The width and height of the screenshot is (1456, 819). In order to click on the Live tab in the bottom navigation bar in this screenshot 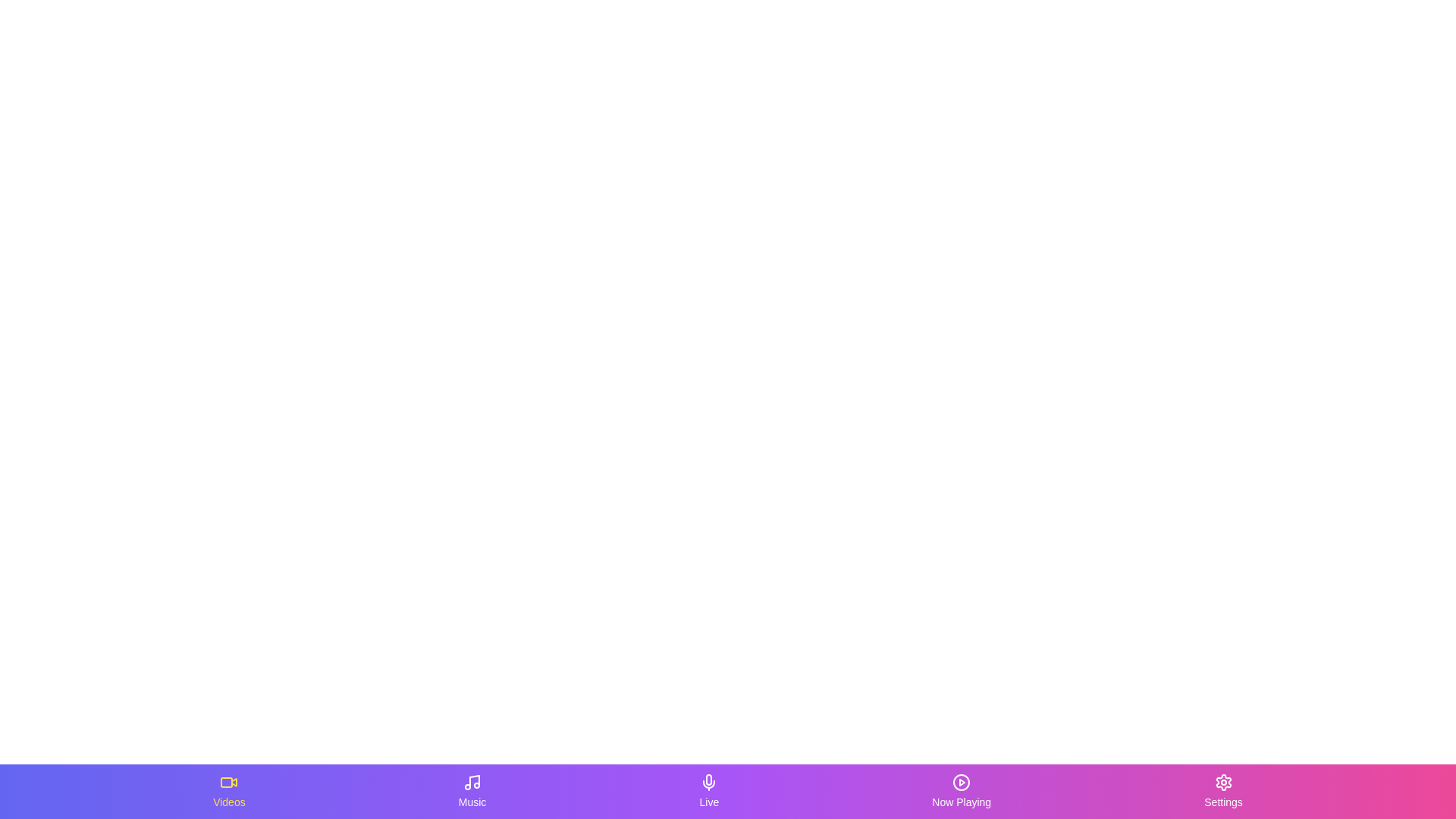, I will do `click(708, 791)`.